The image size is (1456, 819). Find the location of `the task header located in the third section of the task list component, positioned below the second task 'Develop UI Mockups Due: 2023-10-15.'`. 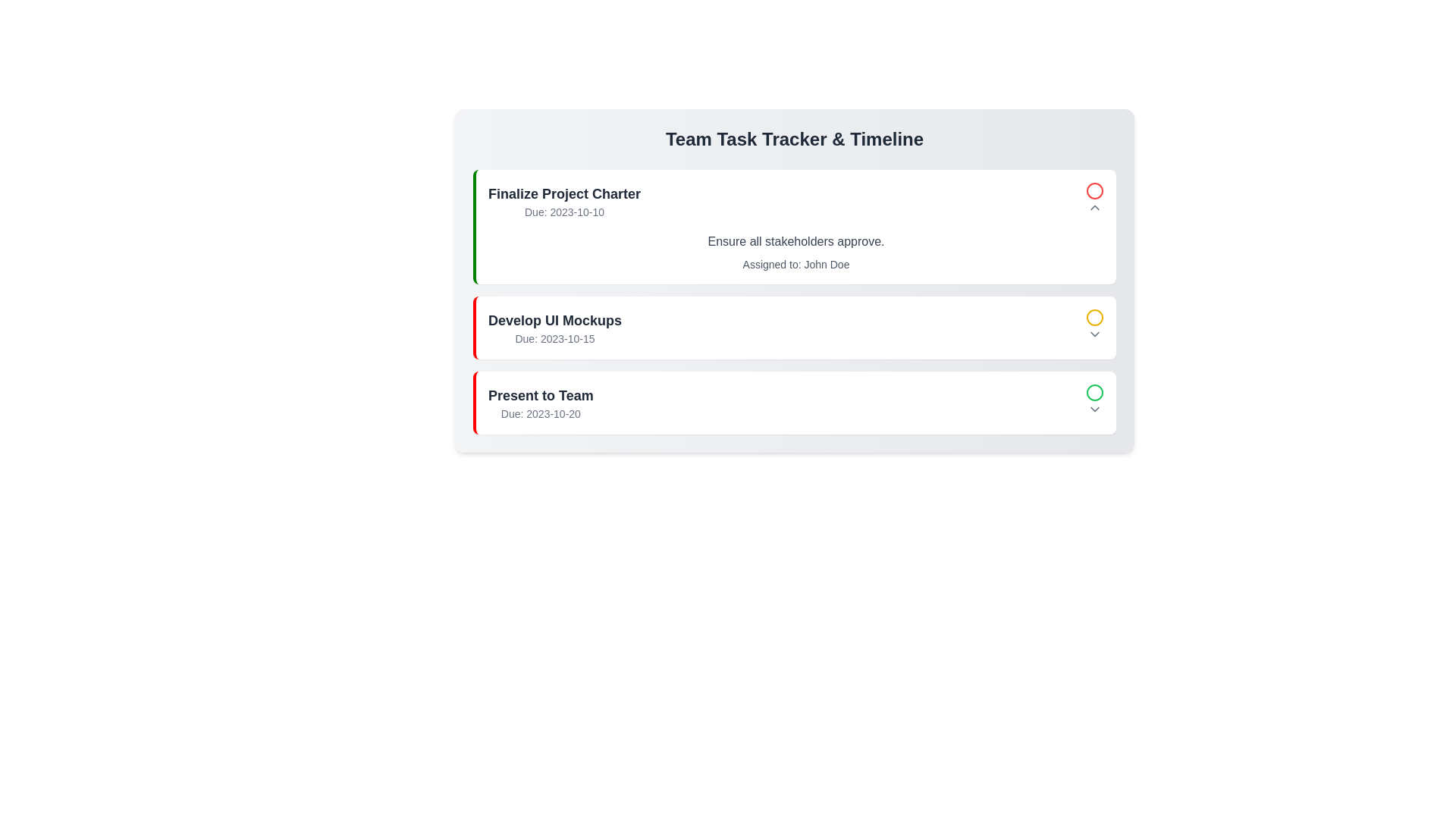

the task header located in the third section of the task list component, positioned below the second task 'Develop UI Mockups Due: 2023-10-15.' is located at coordinates (541, 402).